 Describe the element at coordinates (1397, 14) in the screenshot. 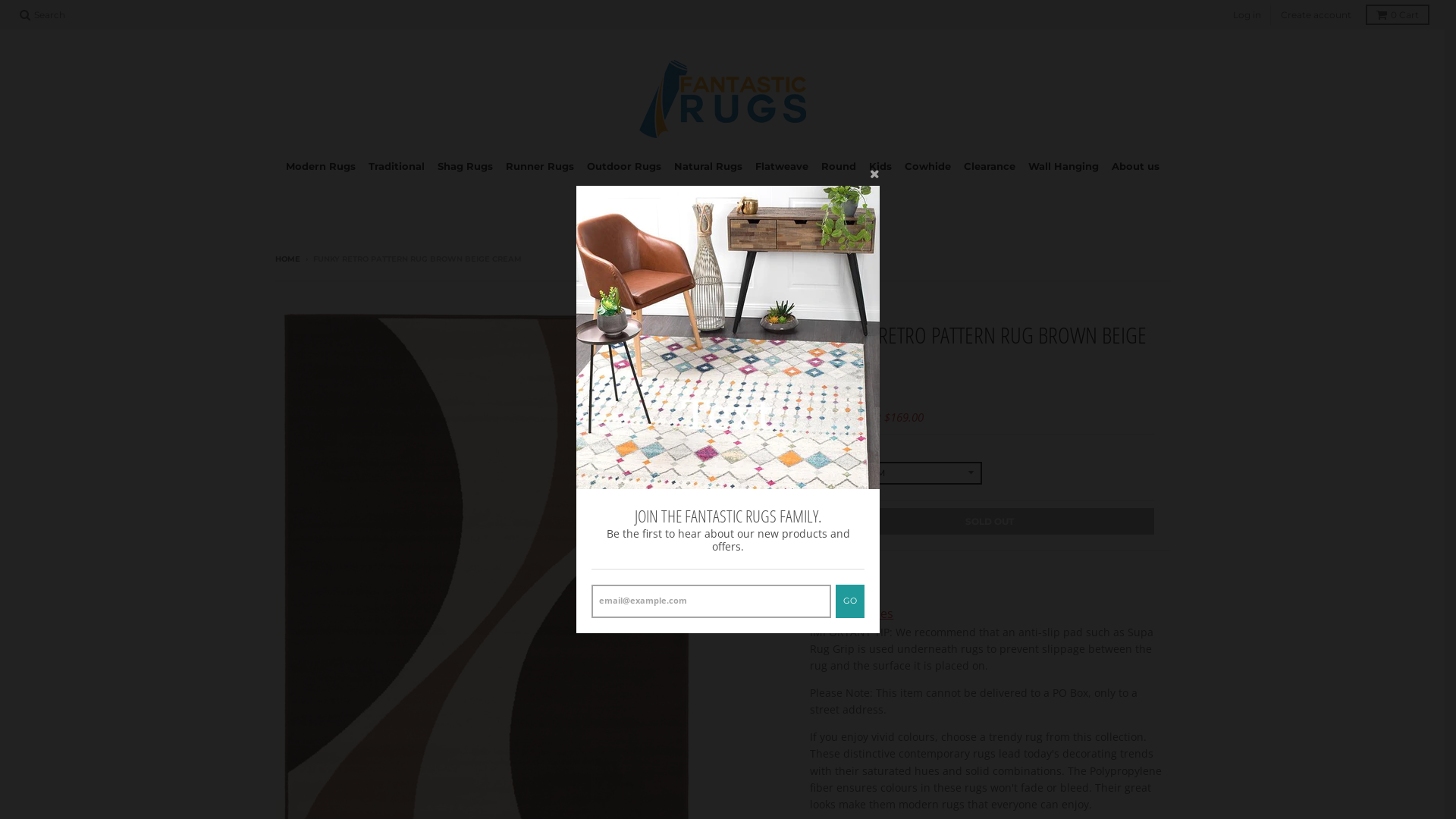

I see `'0 Cart'` at that location.